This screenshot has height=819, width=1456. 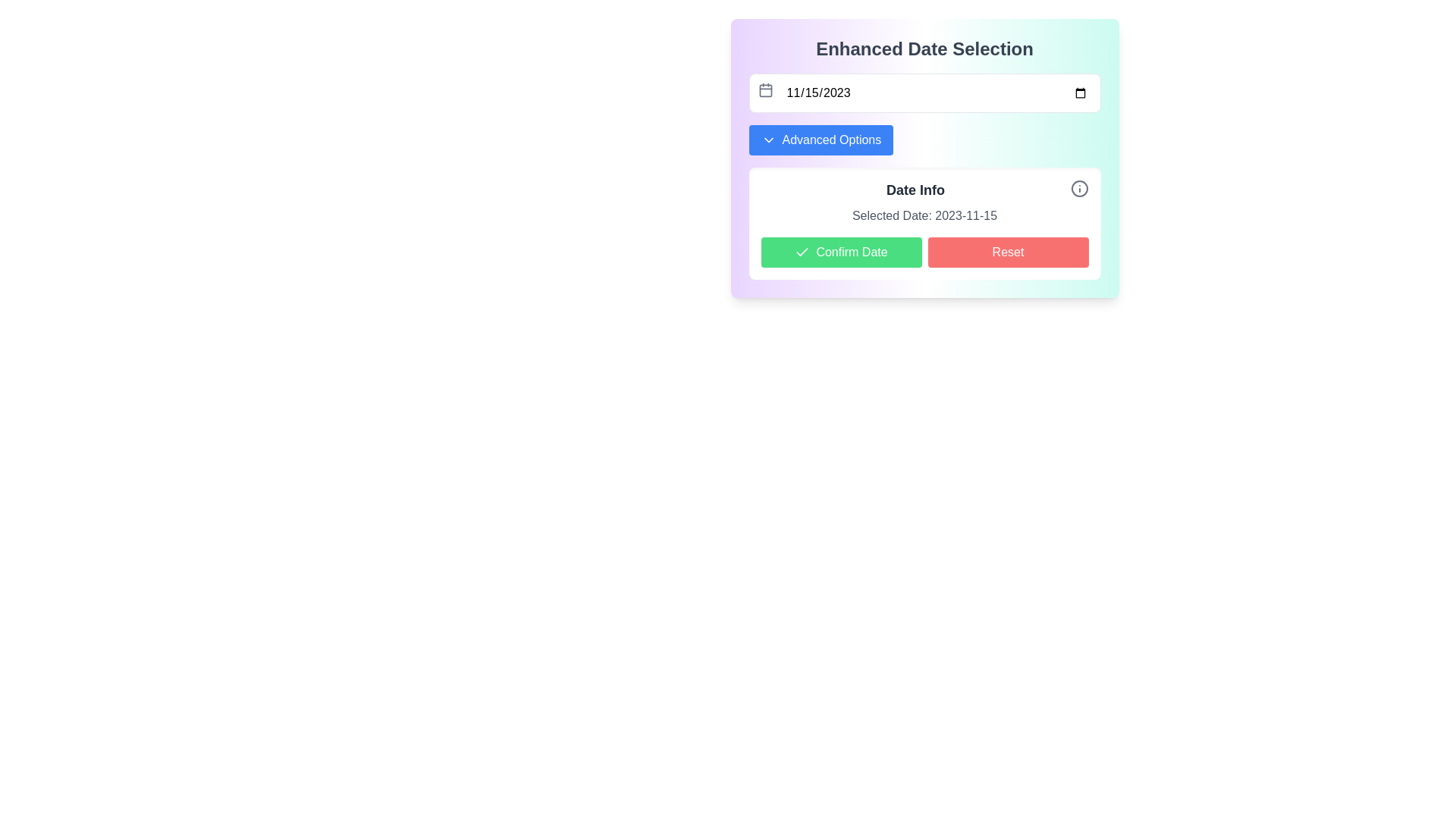 I want to click on the button labeled 'Advanced Options' with a blue background and white text, located between the date input field and the 'Date Info' section, so click(x=820, y=140).